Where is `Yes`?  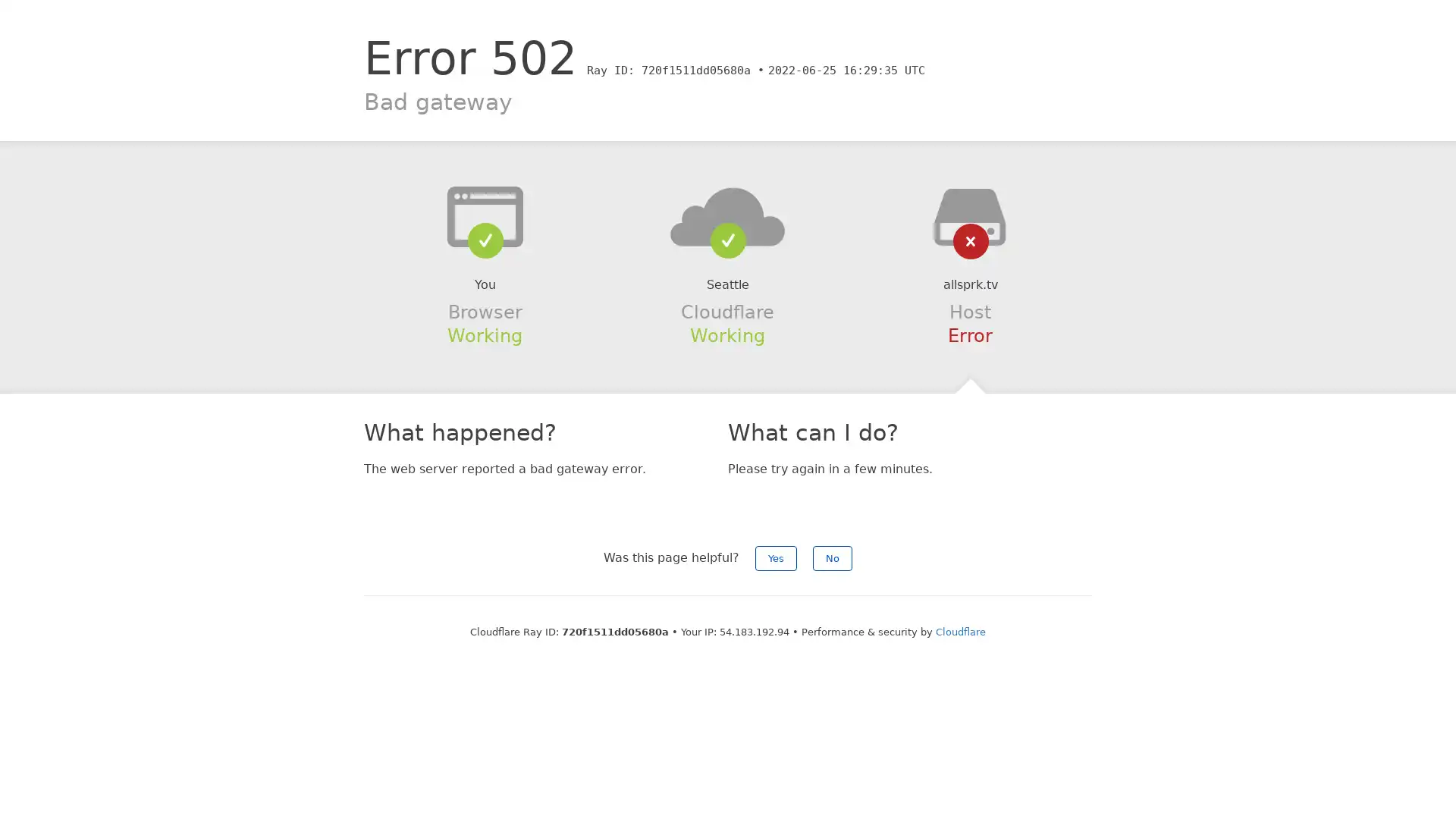
Yes is located at coordinates (776, 558).